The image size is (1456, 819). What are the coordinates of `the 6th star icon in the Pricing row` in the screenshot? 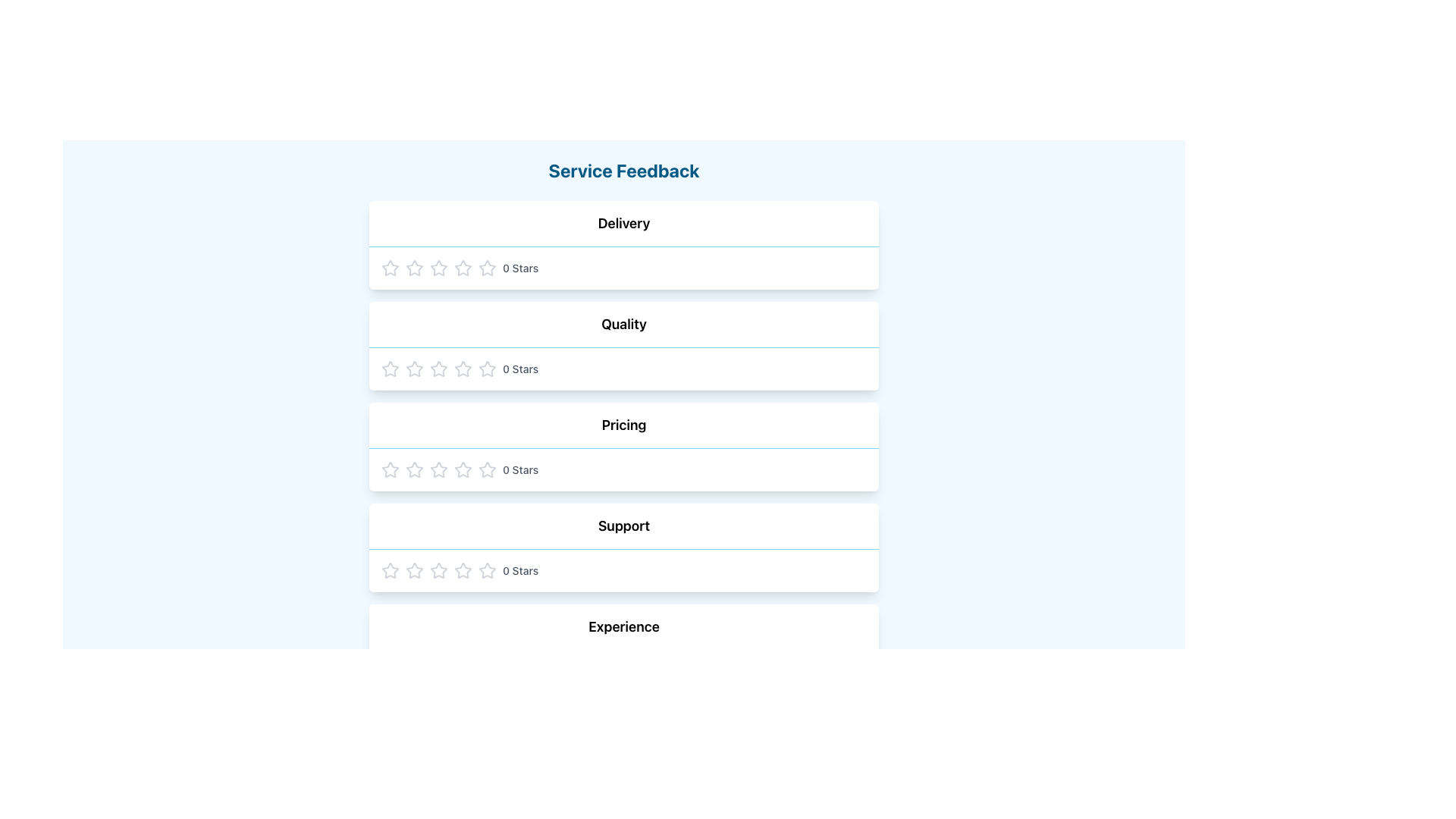 It's located at (462, 469).